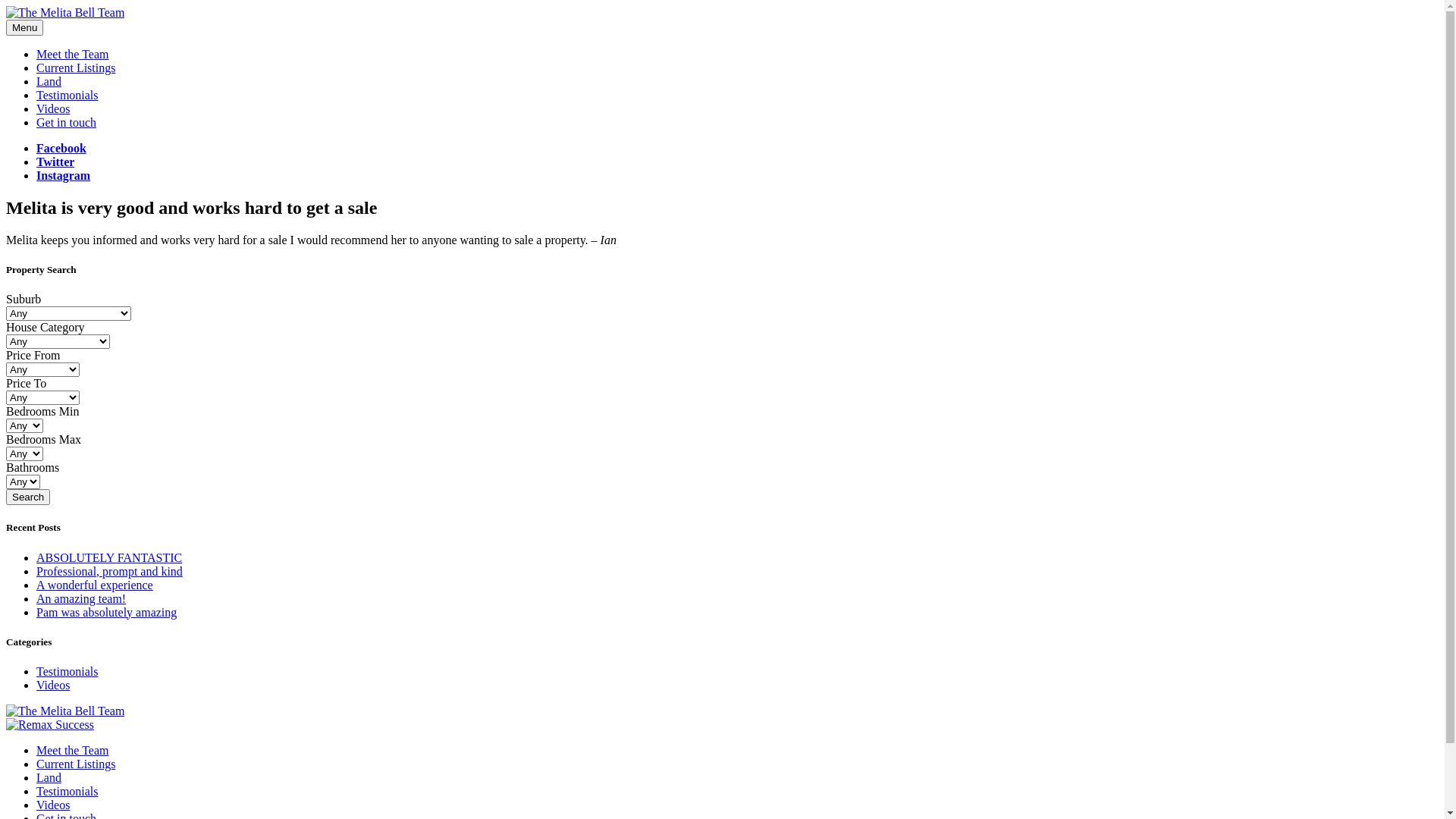 This screenshot has width=1456, height=819. I want to click on 'Videos', so click(36, 685).